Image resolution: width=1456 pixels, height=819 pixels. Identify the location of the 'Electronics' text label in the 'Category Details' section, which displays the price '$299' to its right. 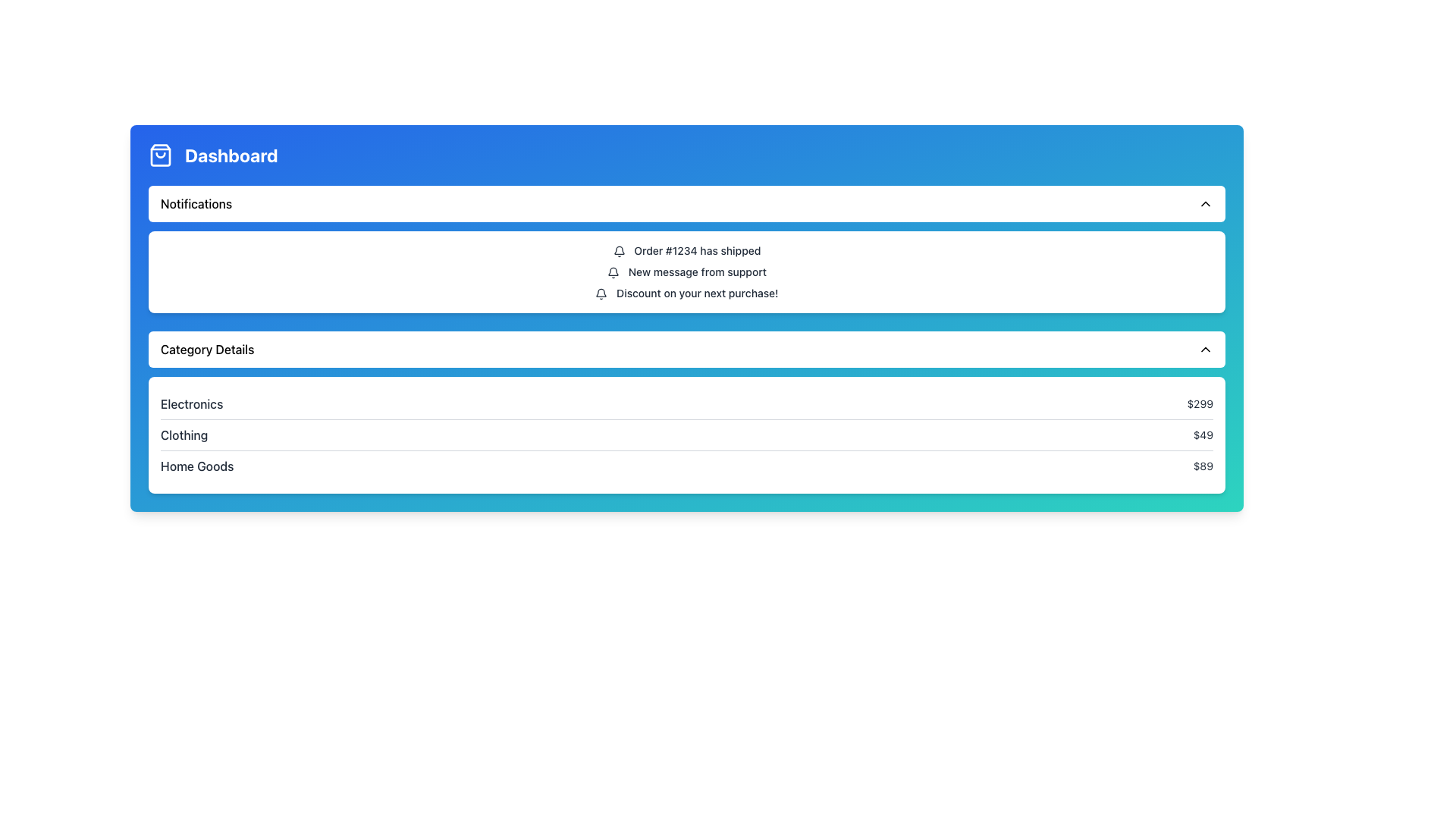
(191, 403).